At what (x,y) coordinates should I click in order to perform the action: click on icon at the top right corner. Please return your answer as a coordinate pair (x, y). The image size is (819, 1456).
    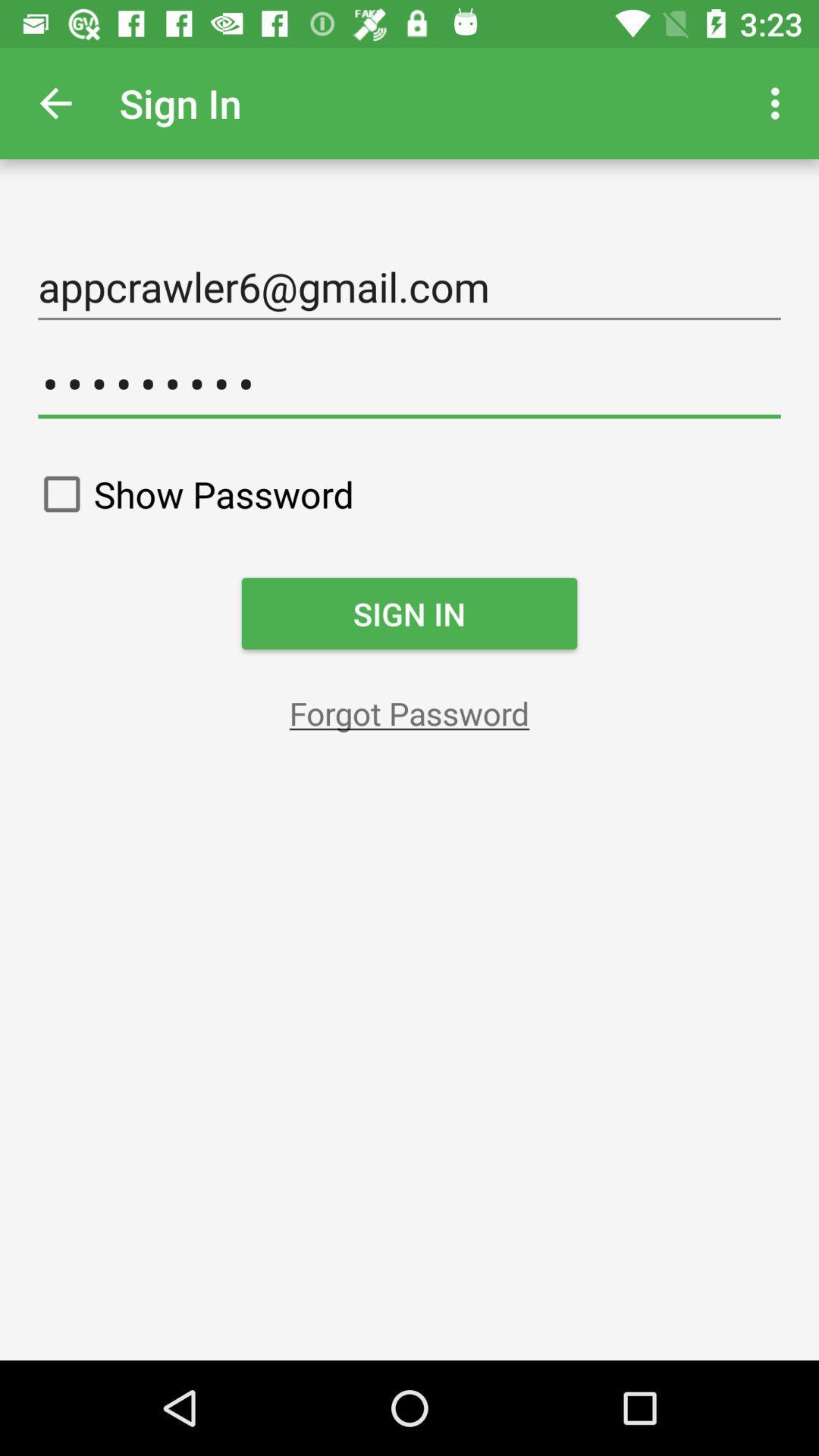
    Looking at the image, I should click on (779, 102).